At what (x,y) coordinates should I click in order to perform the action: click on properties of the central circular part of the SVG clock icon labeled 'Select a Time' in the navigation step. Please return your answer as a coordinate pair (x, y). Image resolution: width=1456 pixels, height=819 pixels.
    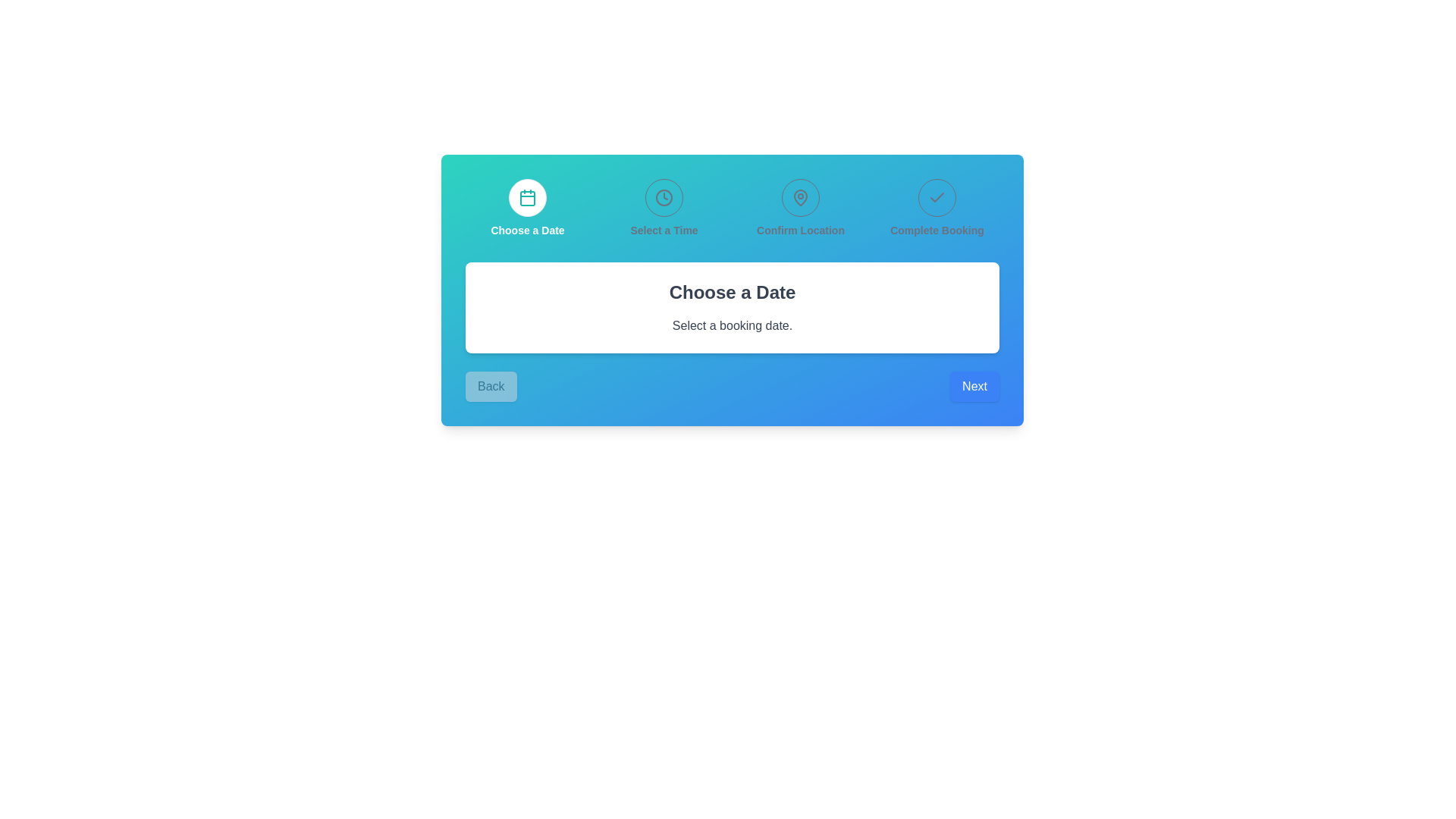
    Looking at the image, I should click on (664, 197).